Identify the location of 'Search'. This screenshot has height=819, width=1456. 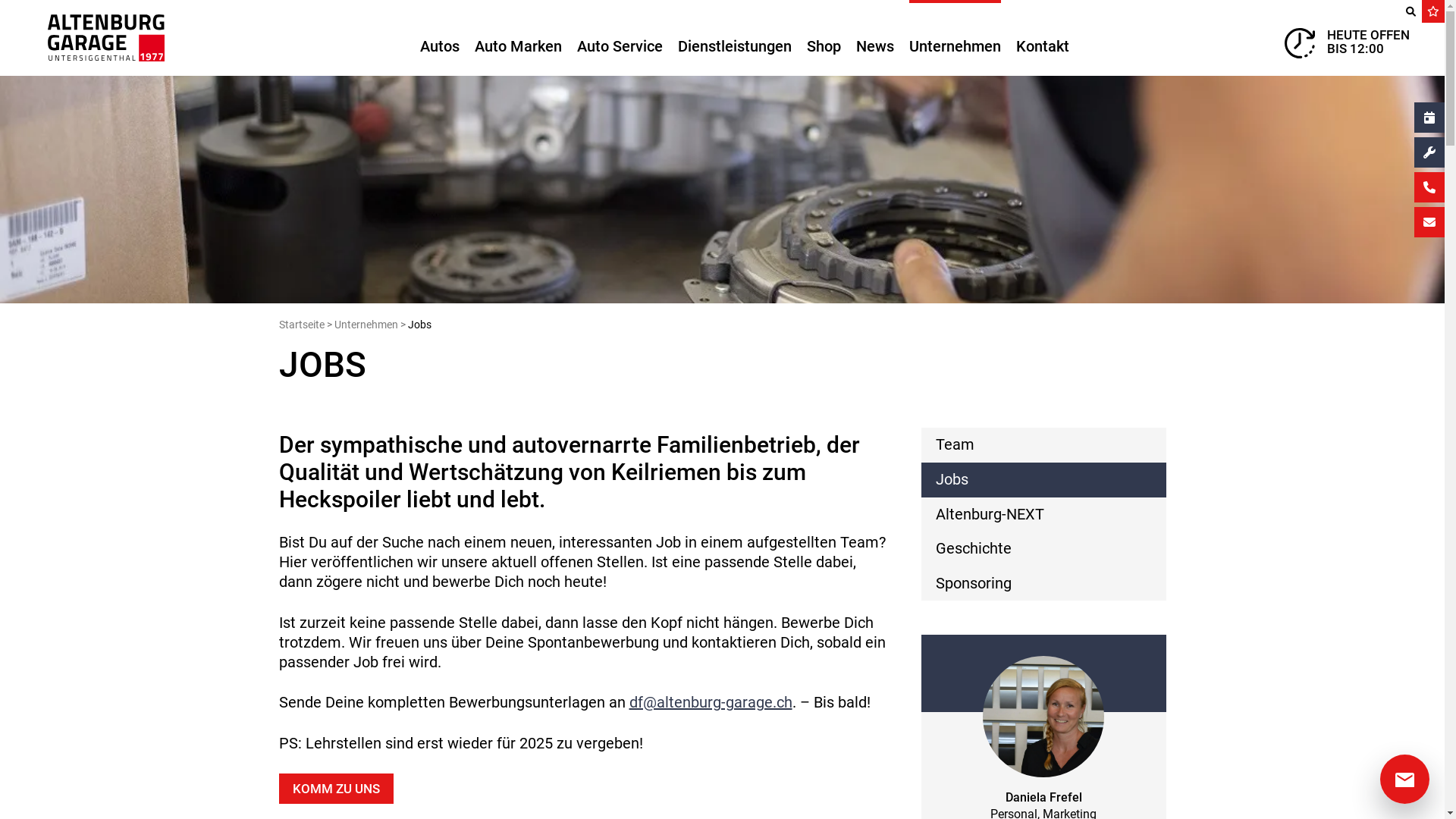
(1398, 11).